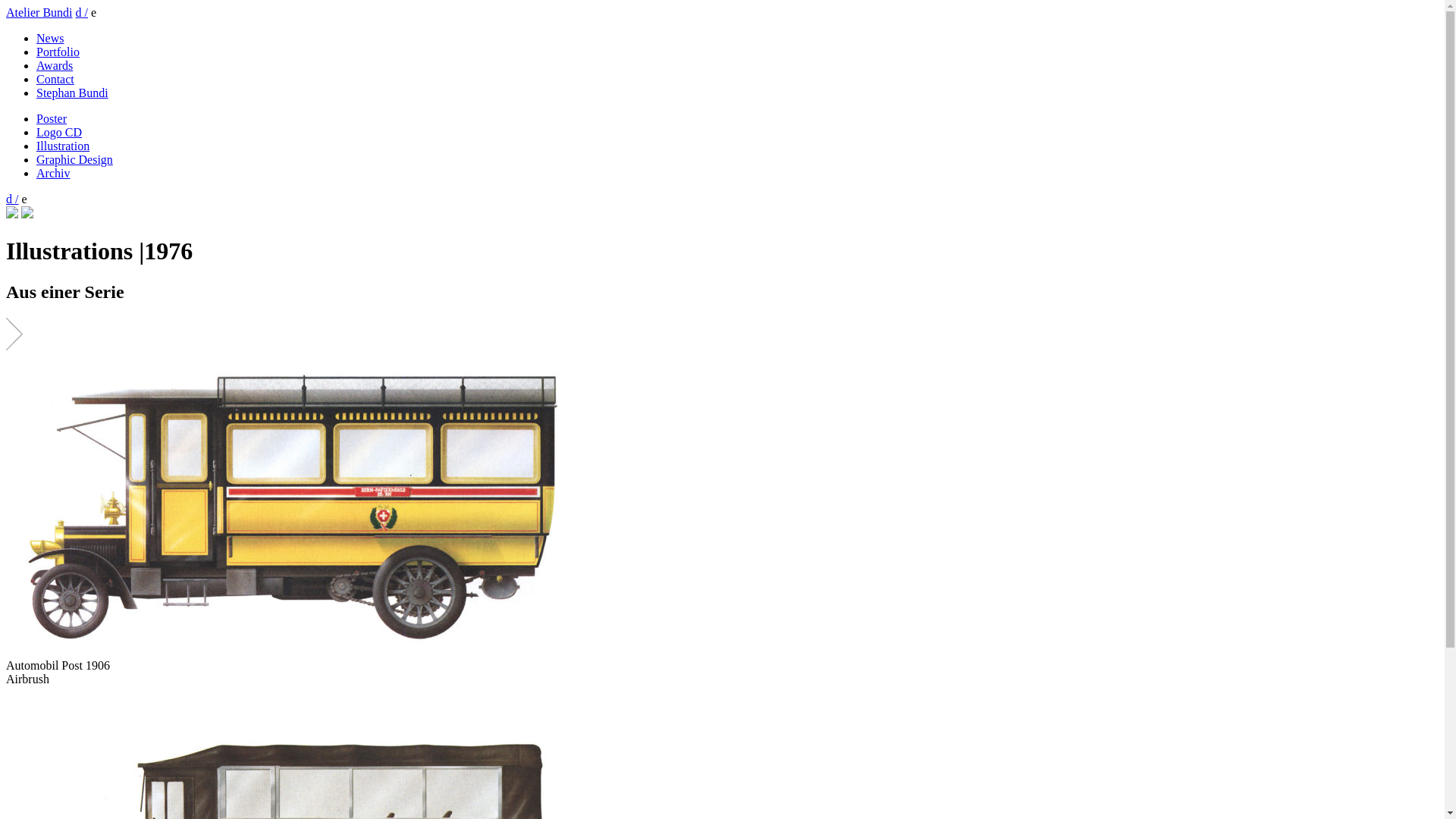  Describe the element at coordinates (53, 172) in the screenshot. I see `'Archiv'` at that location.